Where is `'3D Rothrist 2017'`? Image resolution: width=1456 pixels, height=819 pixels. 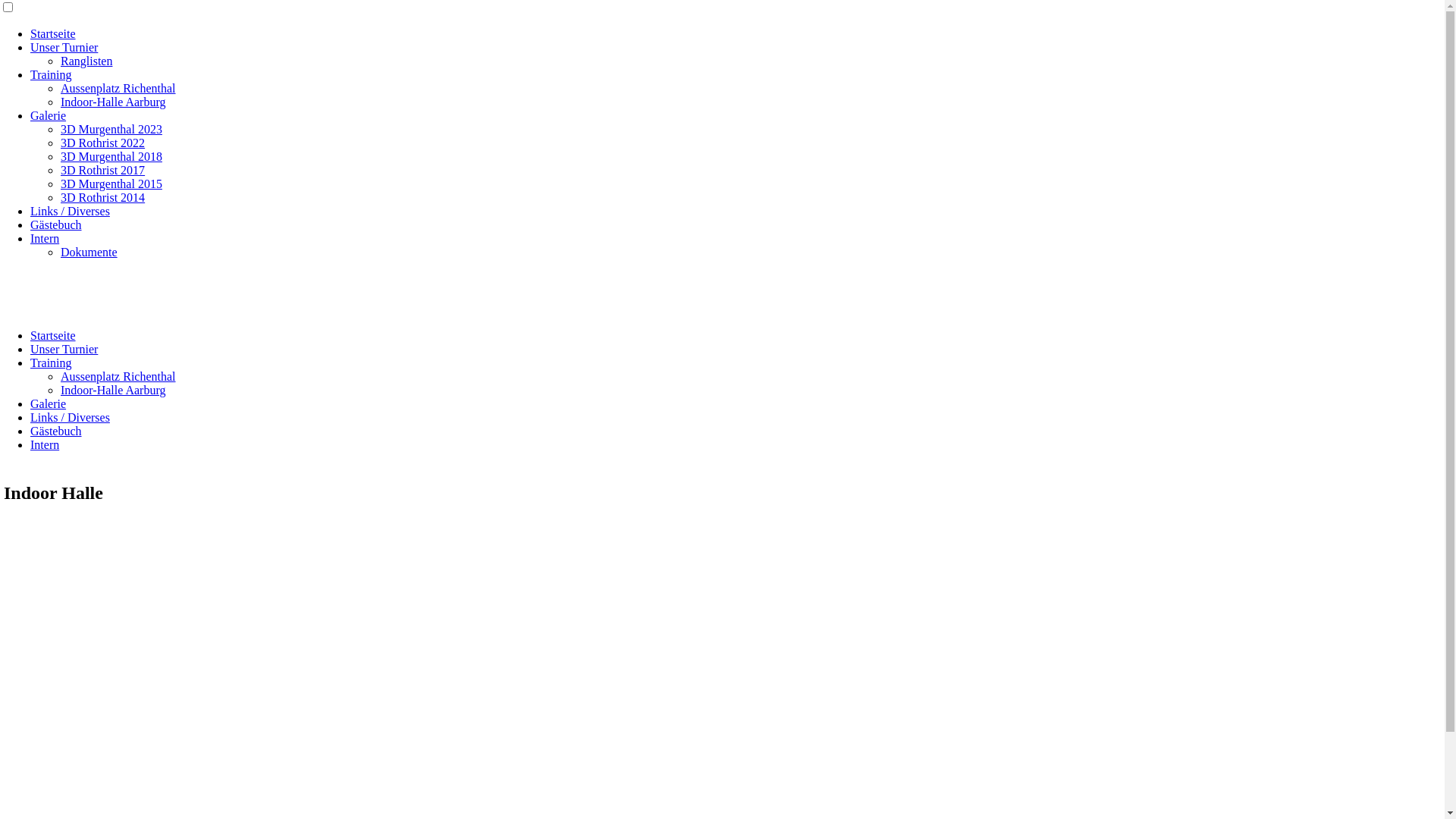 '3D Rothrist 2017' is located at coordinates (102, 170).